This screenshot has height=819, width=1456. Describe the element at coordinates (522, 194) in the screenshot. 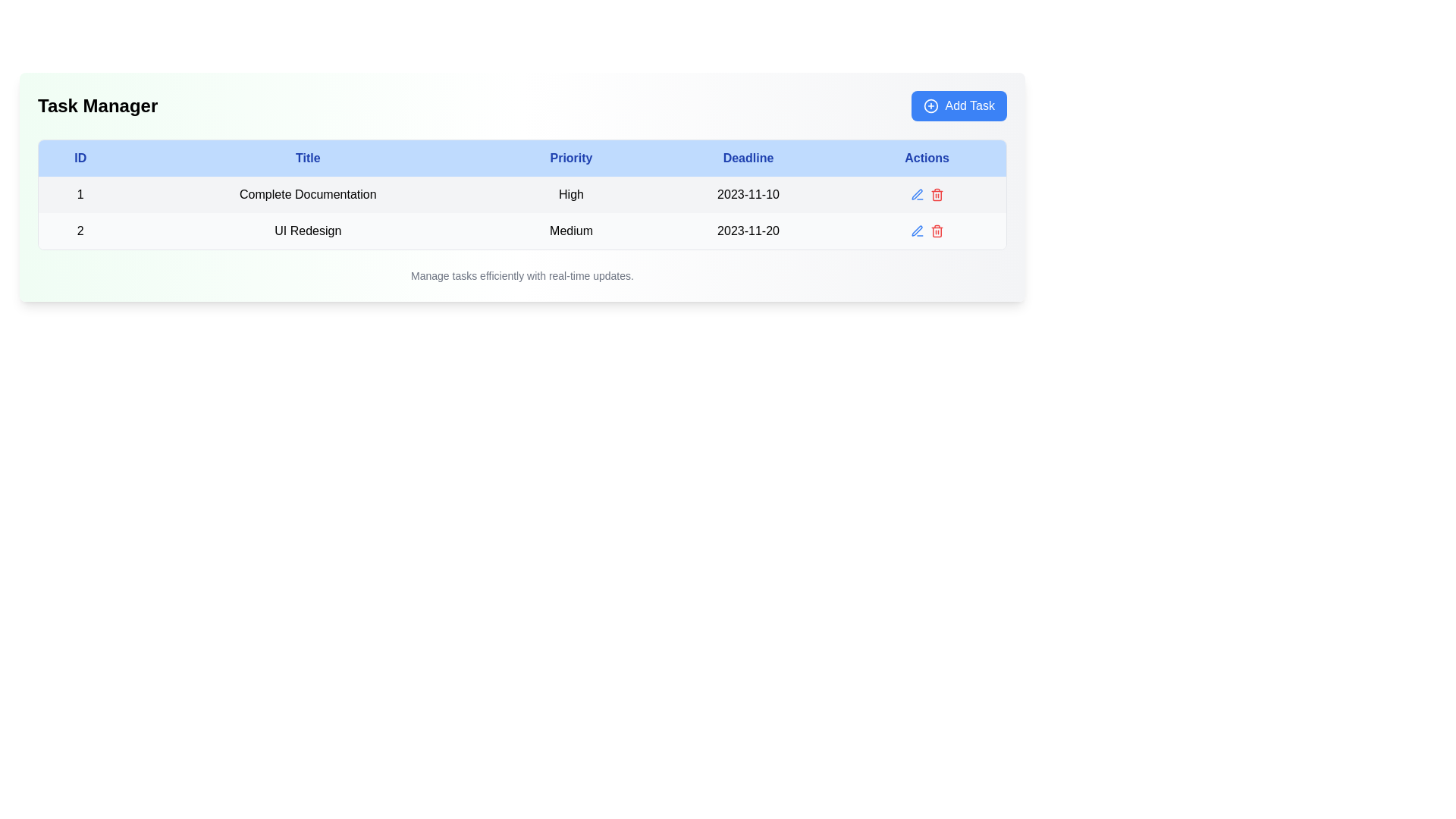

I see `the clickable elements inside the first row of the Task Manager table, which contains columns for ID, Title, Priority, Deadline, and Actions` at that location.